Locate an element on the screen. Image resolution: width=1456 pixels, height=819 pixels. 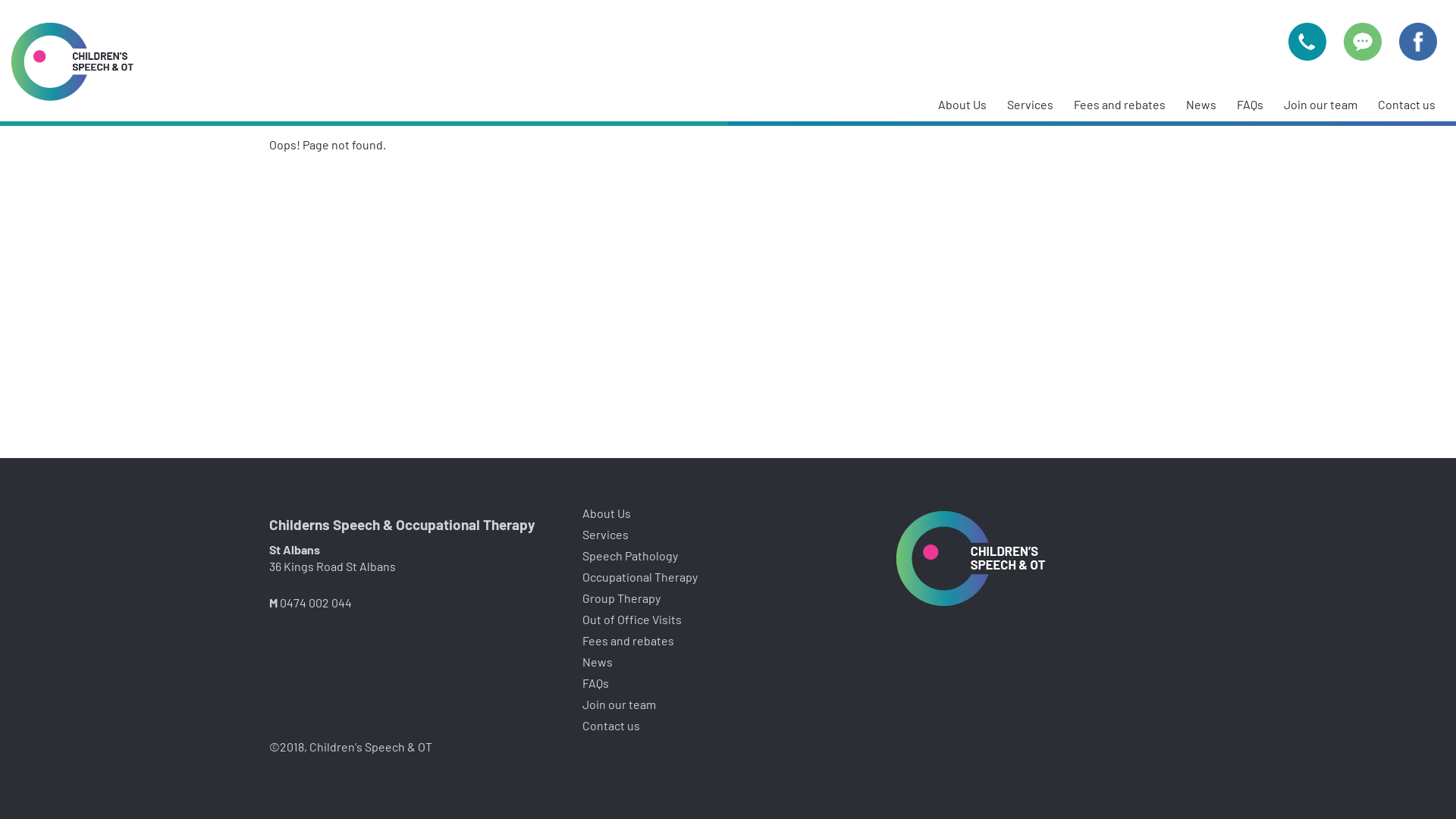
'Out of Office Visits' is located at coordinates (632, 620).